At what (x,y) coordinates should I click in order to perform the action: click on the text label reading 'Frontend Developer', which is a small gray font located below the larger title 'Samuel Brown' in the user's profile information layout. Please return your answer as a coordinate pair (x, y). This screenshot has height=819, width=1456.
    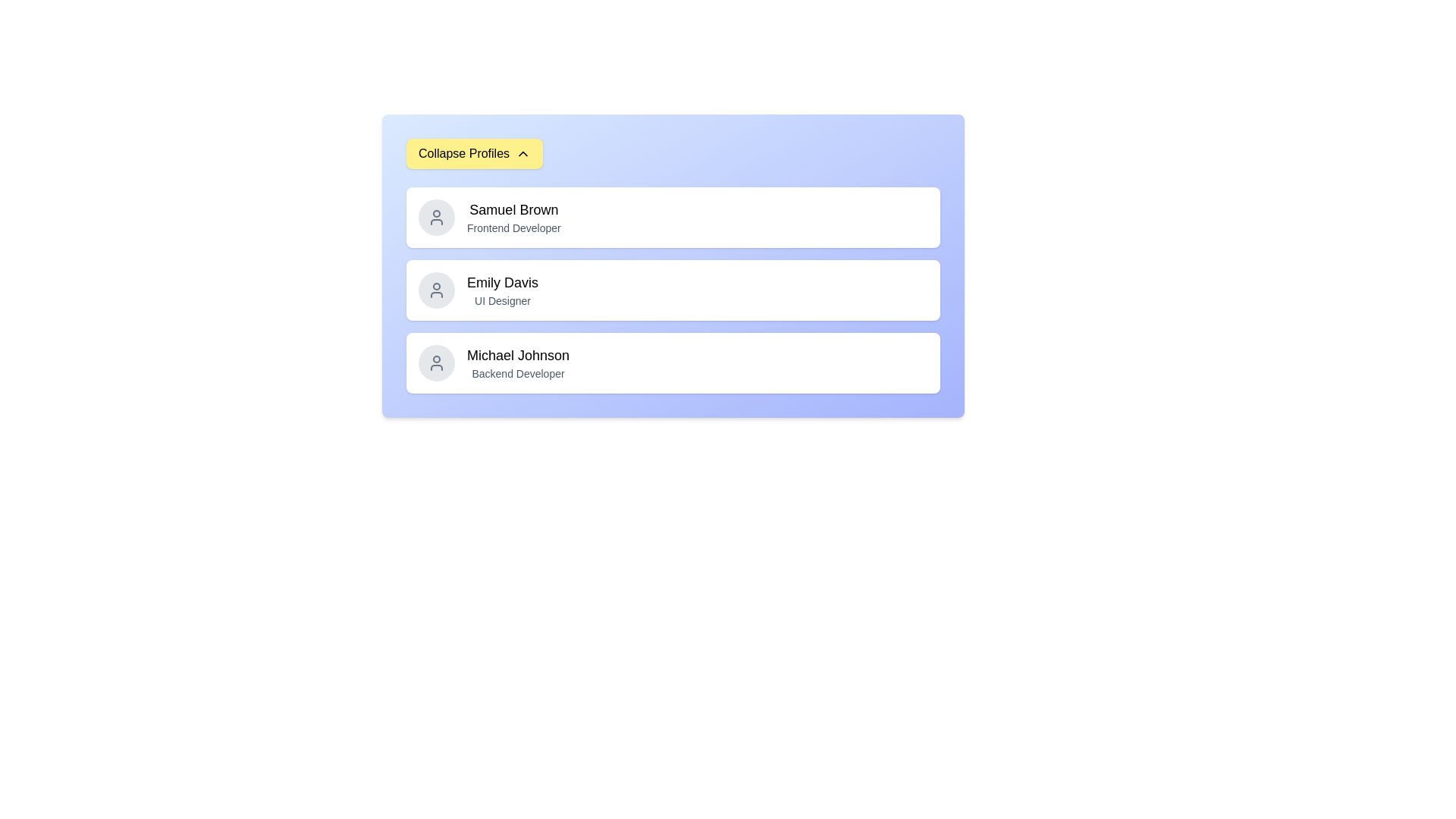
    Looking at the image, I should click on (513, 227).